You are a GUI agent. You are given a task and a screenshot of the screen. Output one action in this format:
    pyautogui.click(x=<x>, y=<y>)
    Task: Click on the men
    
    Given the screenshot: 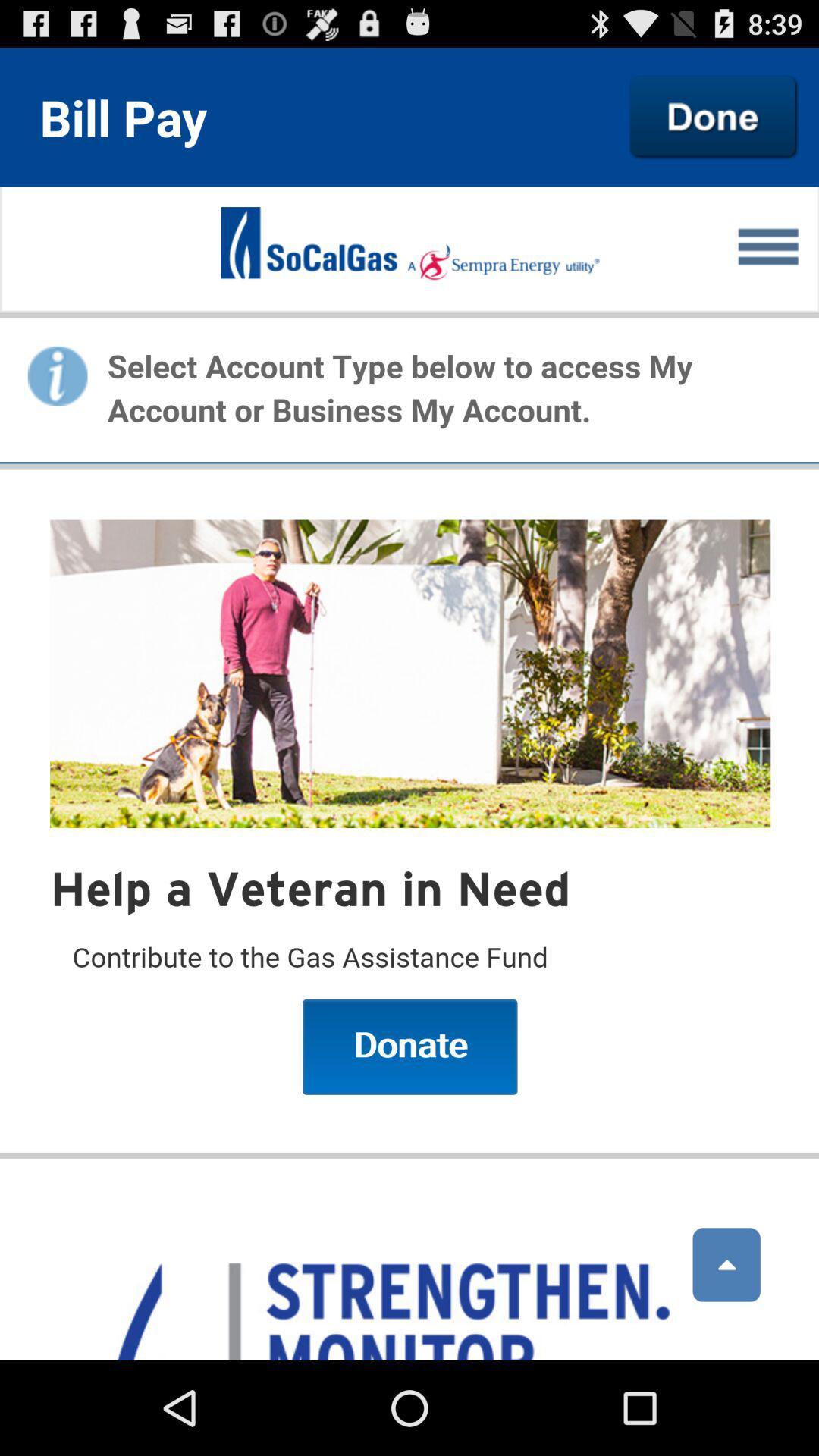 What is the action you would take?
    pyautogui.click(x=409, y=773)
    